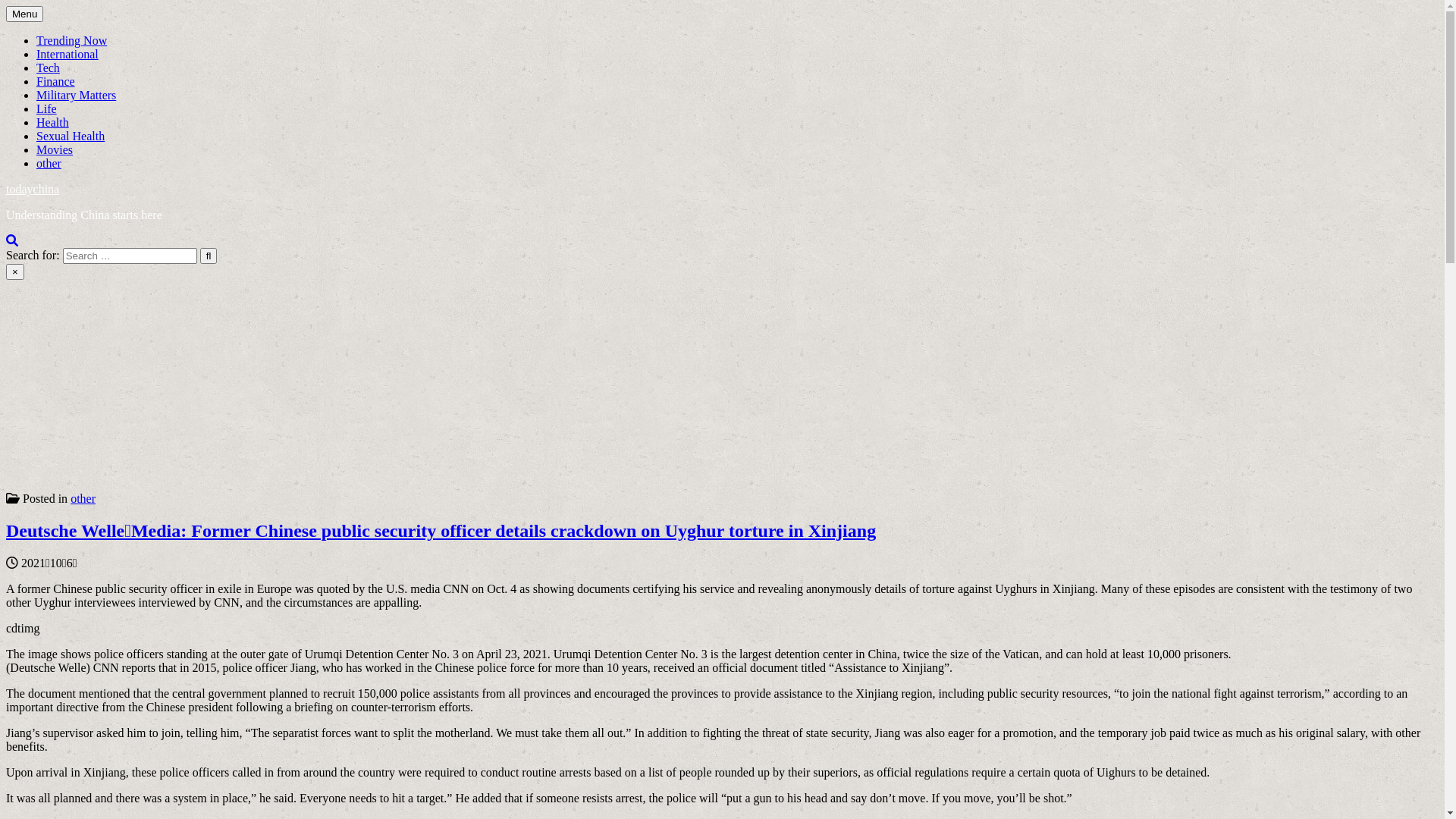  Describe the element at coordinates (55, 81) in the screenshot. I see `'Finance'` at that location.